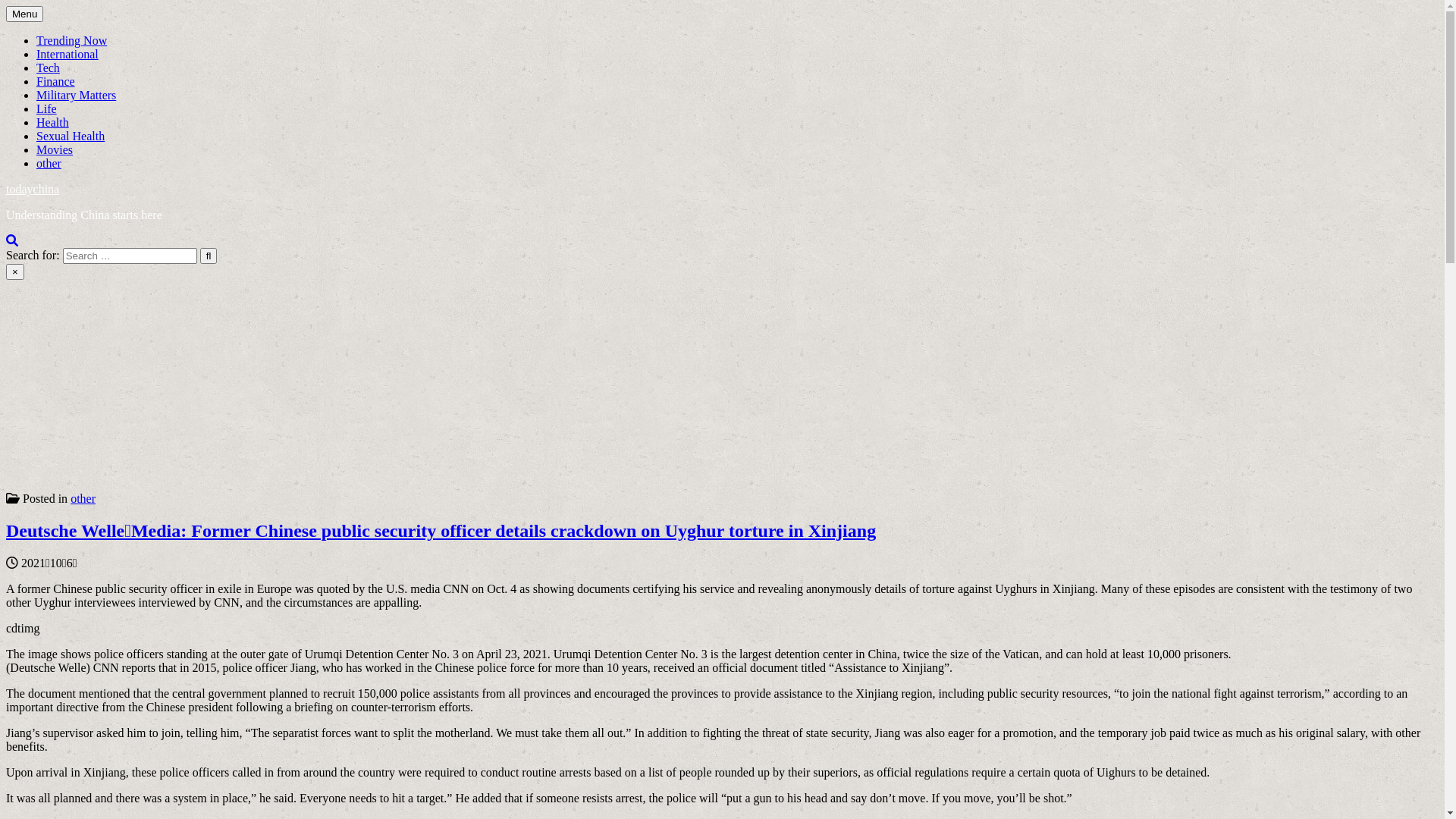  Describe the element at coordinates (55, 81) in the screenshot. I see `'Finance'` at that location.